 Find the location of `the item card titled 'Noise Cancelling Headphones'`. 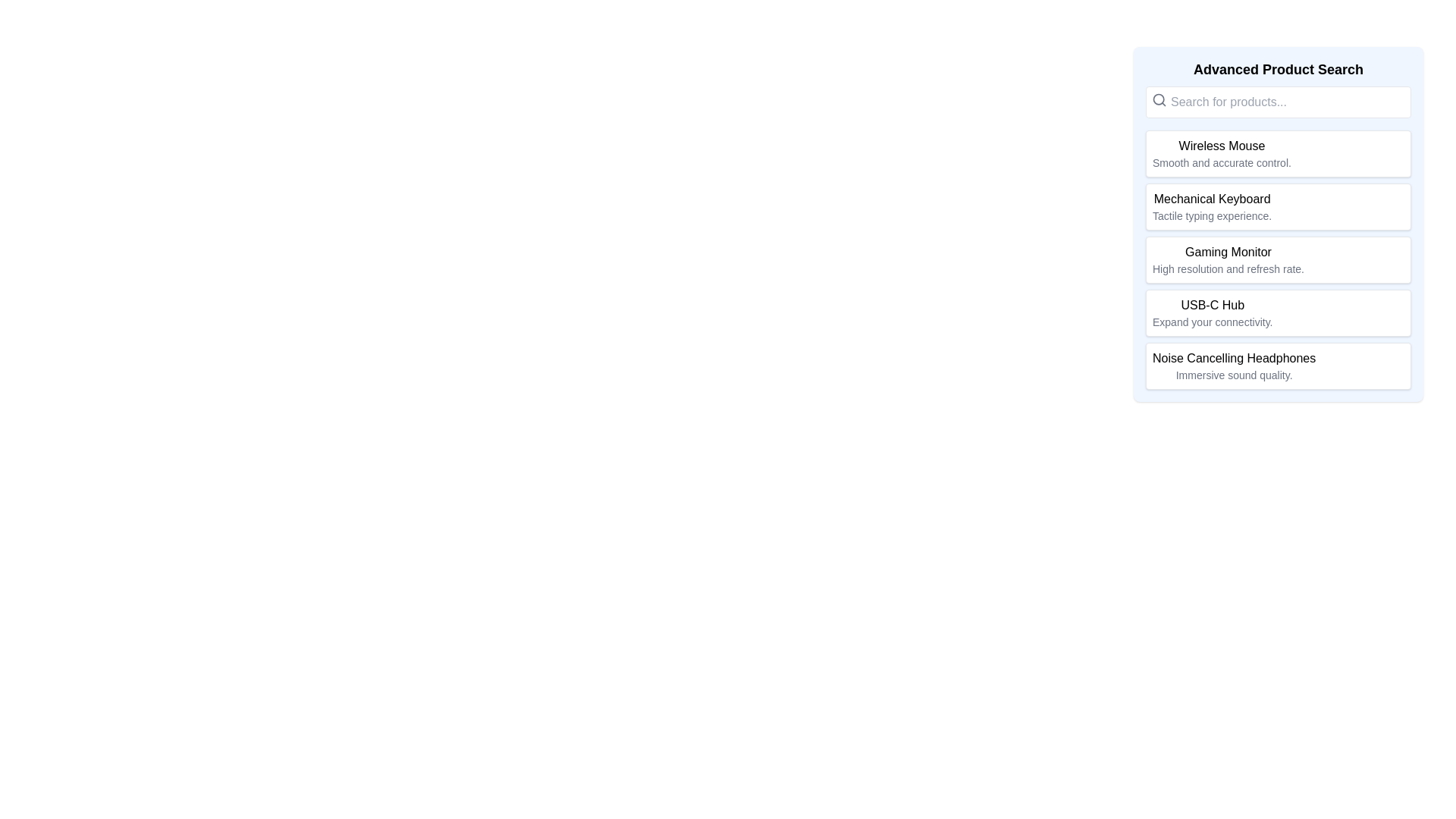

the item card titled 'Noise Cancelling Headphones' is located at coordinates (1277, 366).